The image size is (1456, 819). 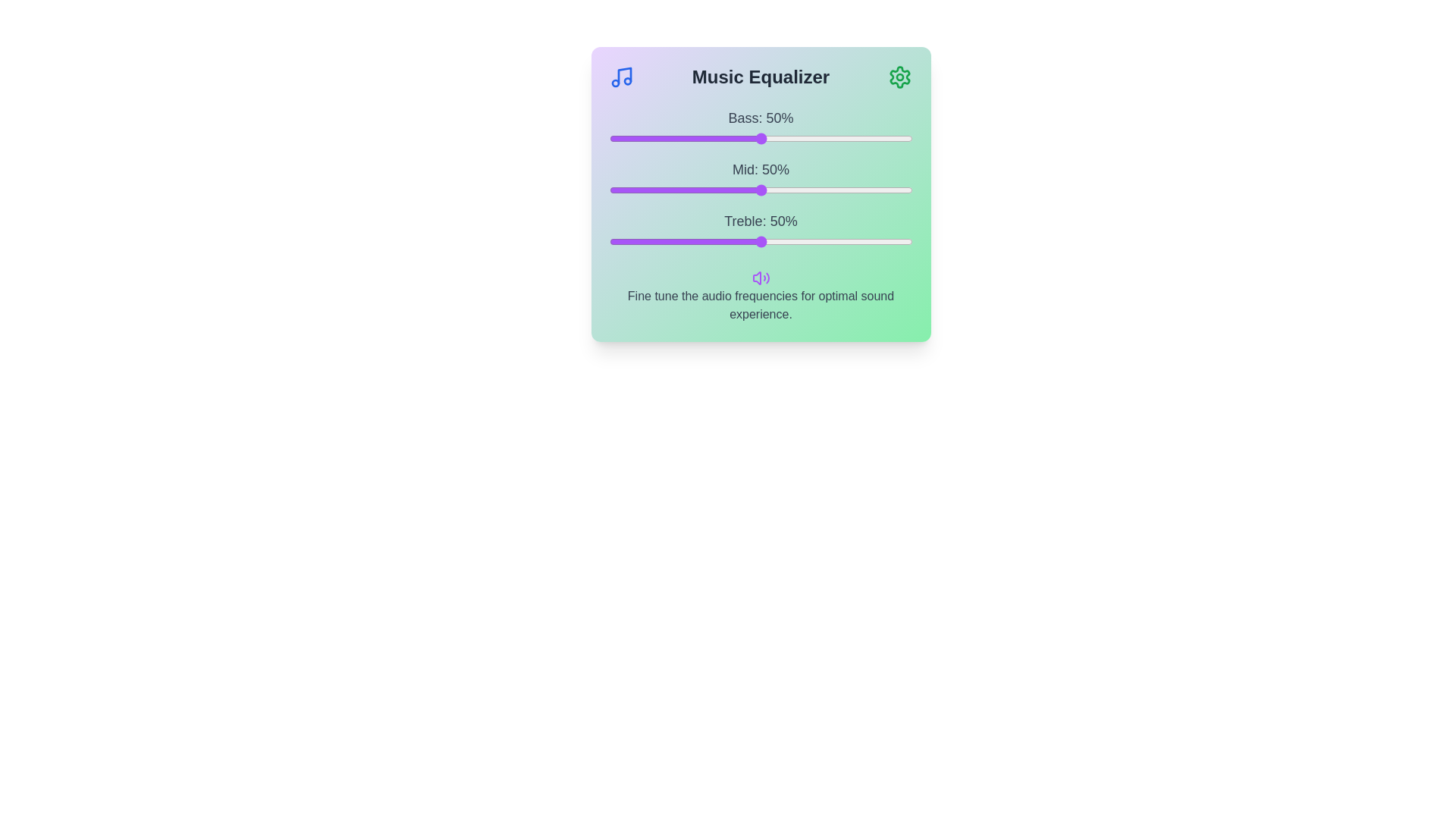 I want to click on the treble slider to 69%, so click(x=817, y=241).